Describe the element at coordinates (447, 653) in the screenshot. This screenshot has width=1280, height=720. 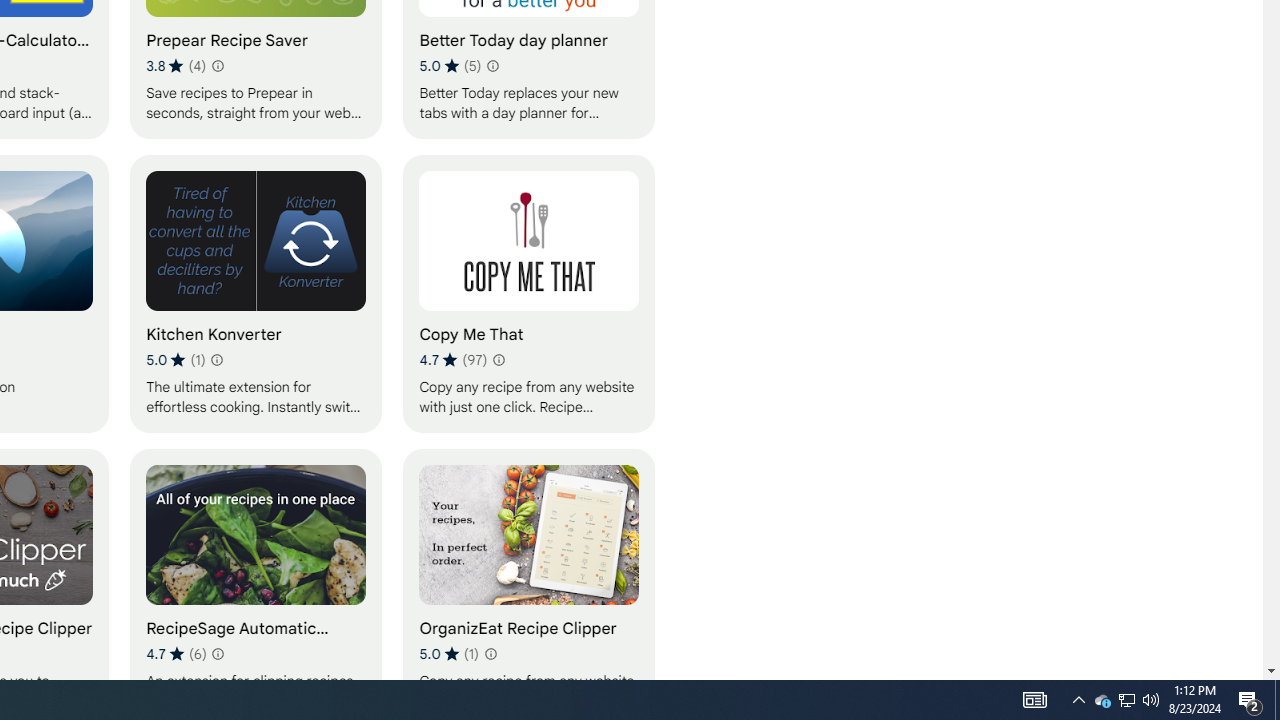
I see `'Average rating 5 out of 5 stars. 1 rating.'` at that location.